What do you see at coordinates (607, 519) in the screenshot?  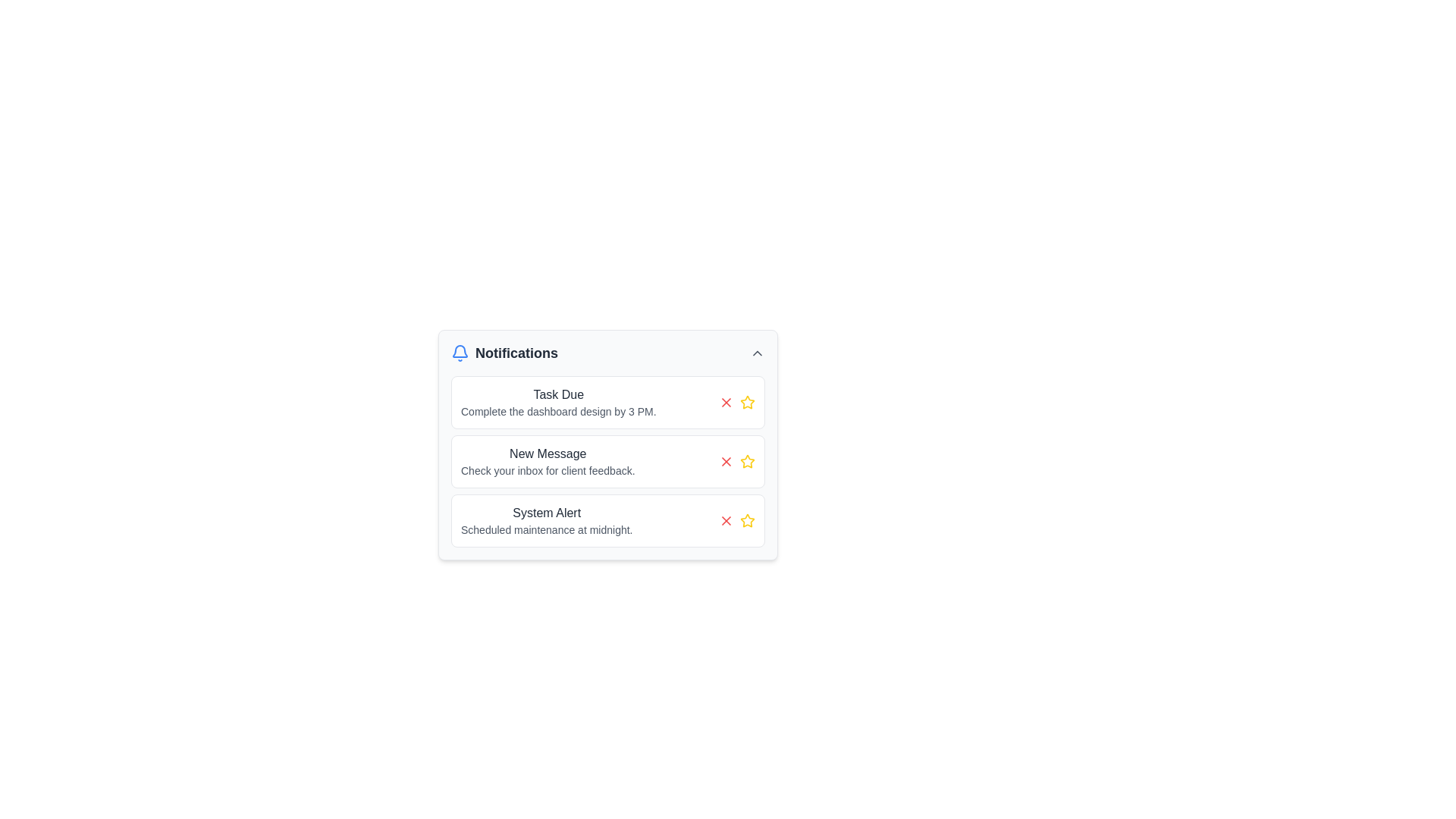 I see `the star icon in the 'System Alert' notification` at bounding box center [607, 519].